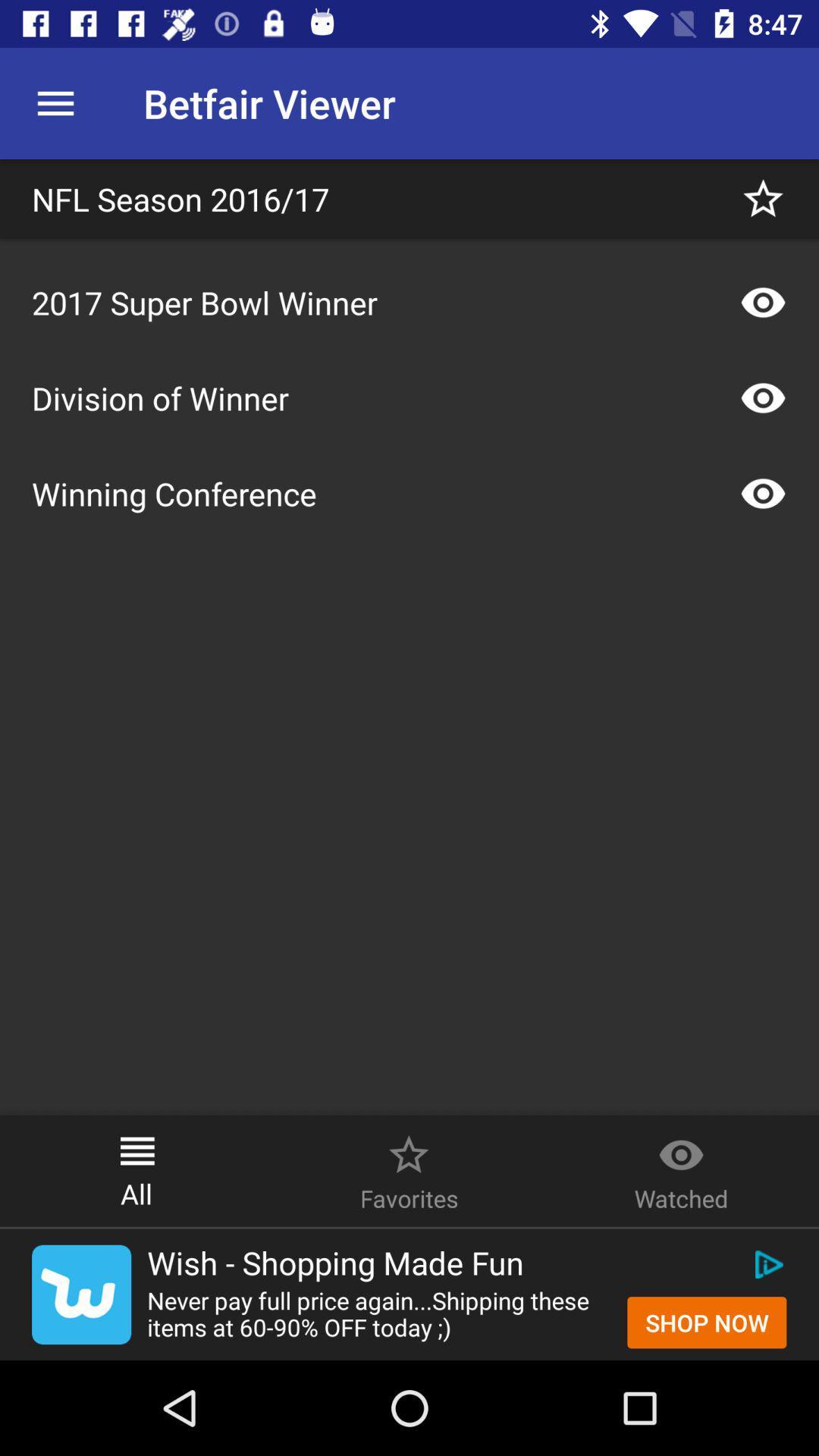 The image size is (819, 1456). Describe the element at coordinates (763, 198) in the screenshot. I see `to favorites option` at that location.